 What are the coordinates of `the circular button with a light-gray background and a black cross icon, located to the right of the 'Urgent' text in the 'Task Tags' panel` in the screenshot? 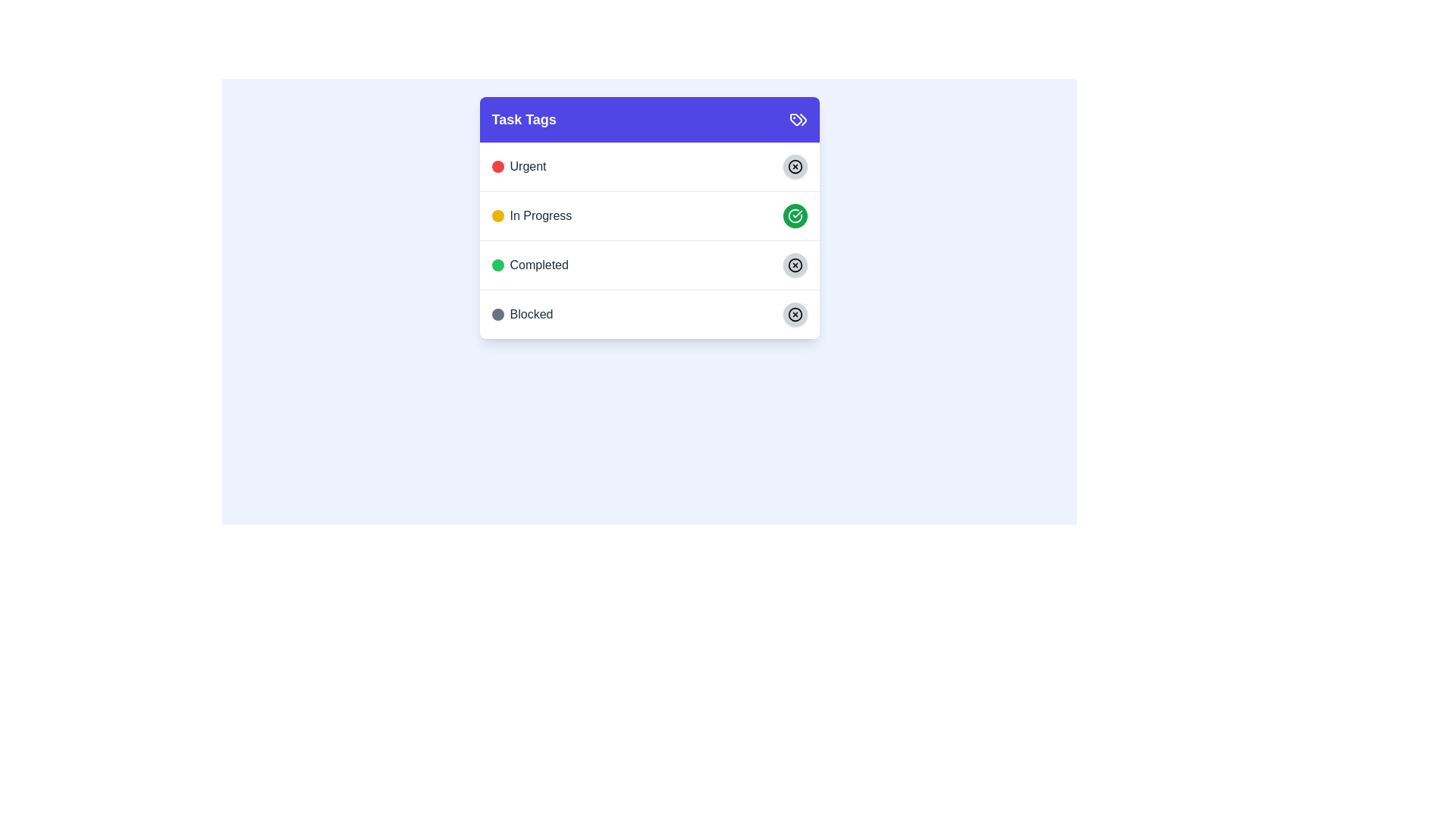 It's located at (794, 166).